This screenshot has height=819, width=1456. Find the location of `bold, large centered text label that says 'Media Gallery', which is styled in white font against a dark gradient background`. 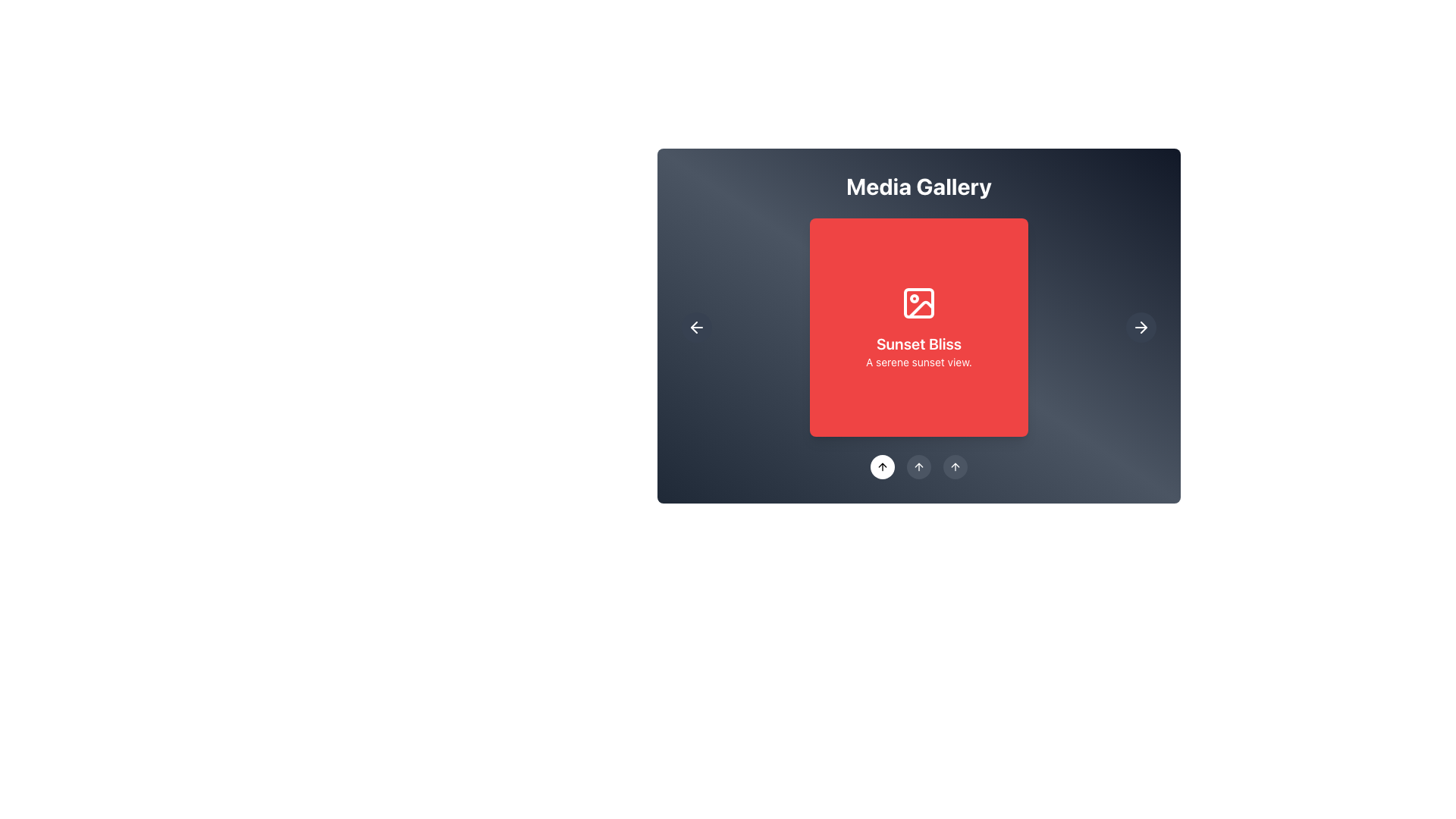

bold, large centered text label that says 'Media Gallery', which is styled in white font against a dark gradient background is located at coordinates (918, 186).